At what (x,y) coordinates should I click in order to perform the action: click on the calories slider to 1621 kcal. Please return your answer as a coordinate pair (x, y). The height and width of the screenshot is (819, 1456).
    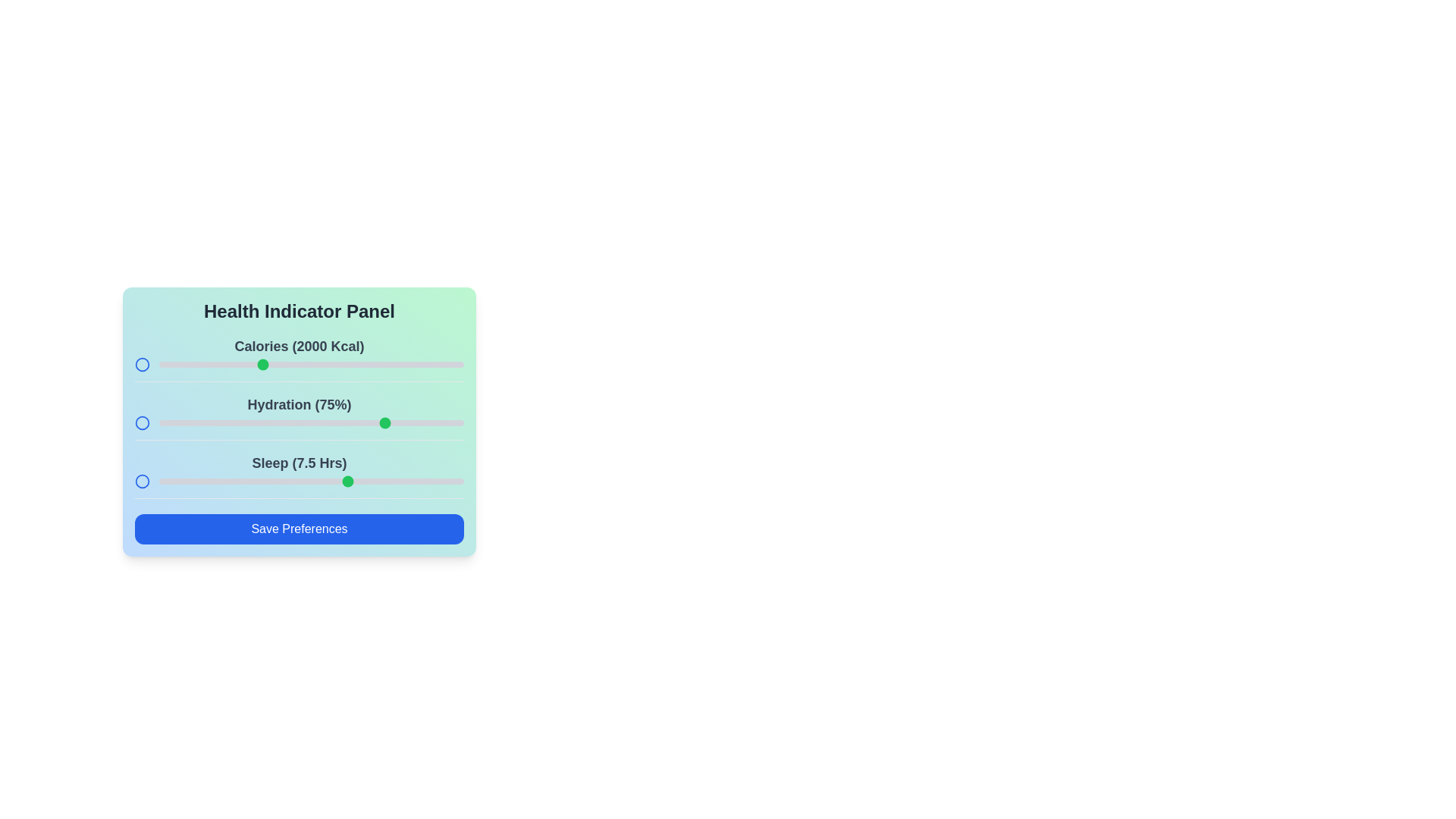
    Looking at the image, I should click on (183, 365).